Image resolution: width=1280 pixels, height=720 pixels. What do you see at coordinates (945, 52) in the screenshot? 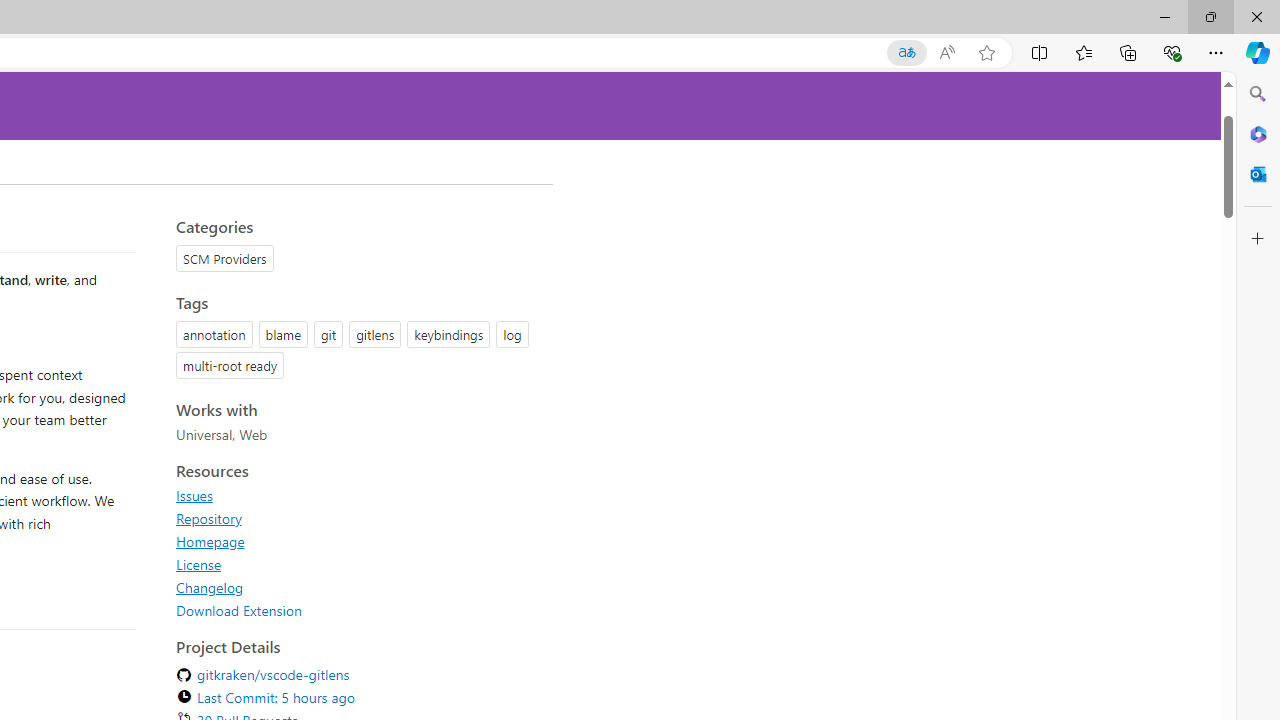
I see `'Read aloud this page (Ctrl+Shift+U)'` at bounding box center [945, 52].